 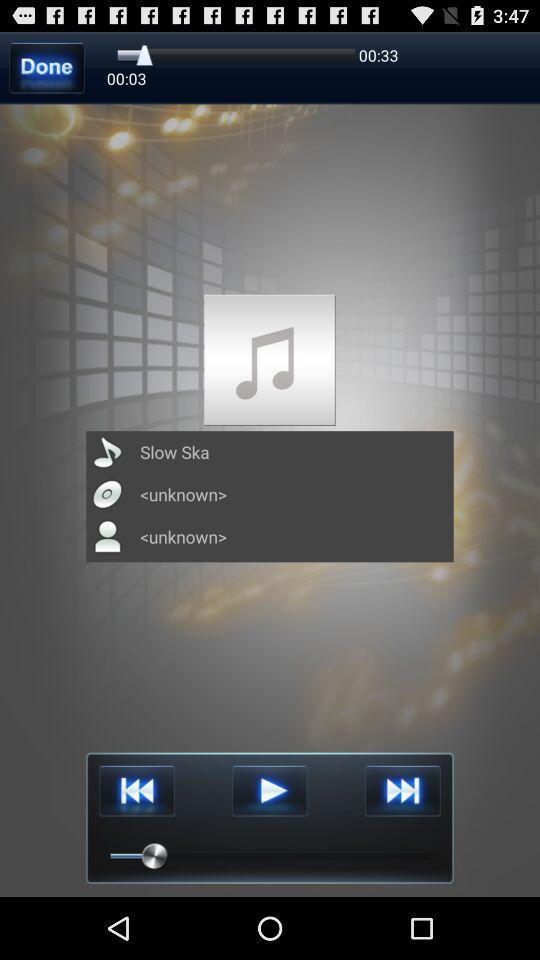 I want to click on next, so click(x=402, y=791).